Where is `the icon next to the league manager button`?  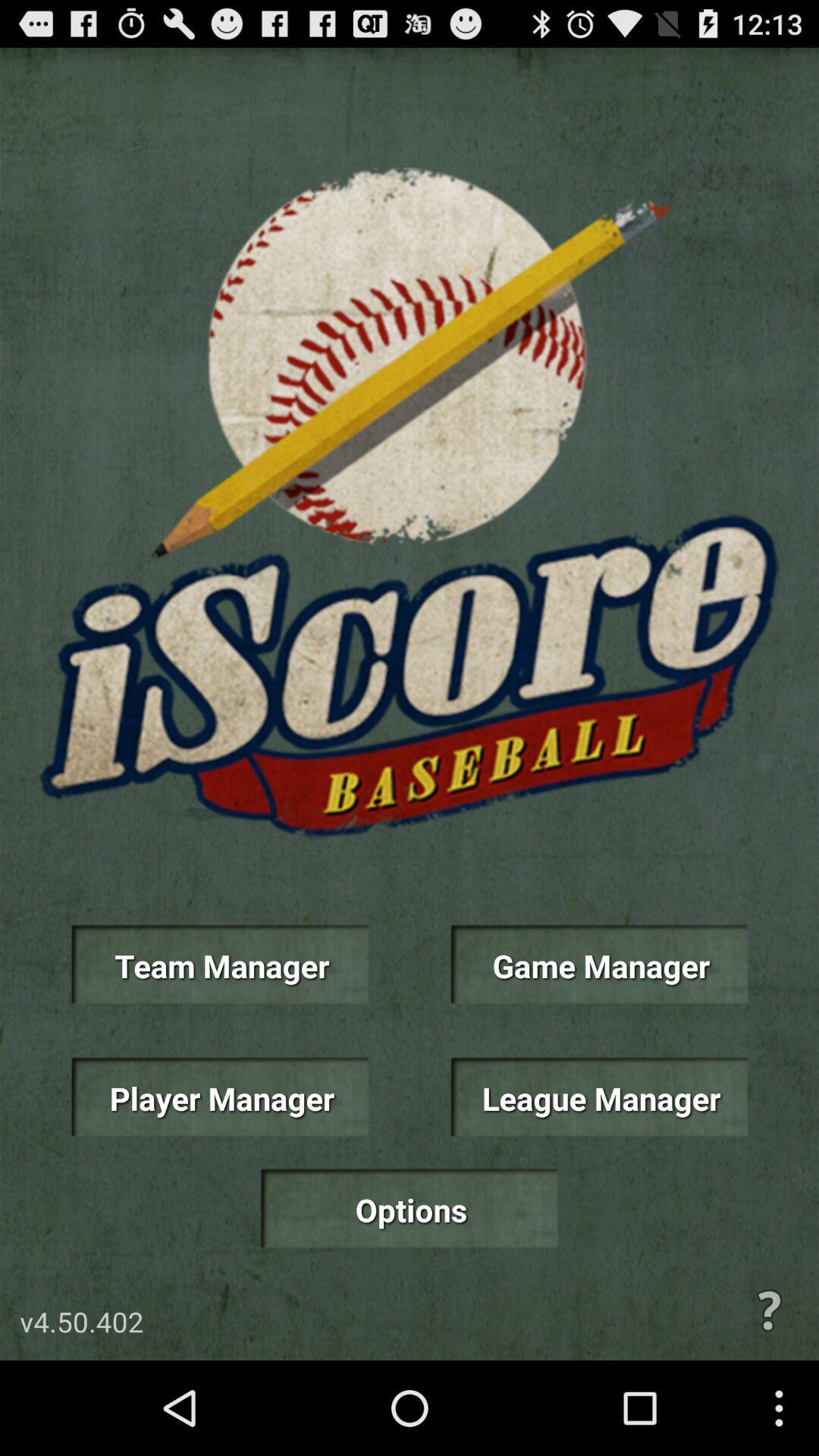
the icon next to the league manager button is located at coordinates (219, 1097).